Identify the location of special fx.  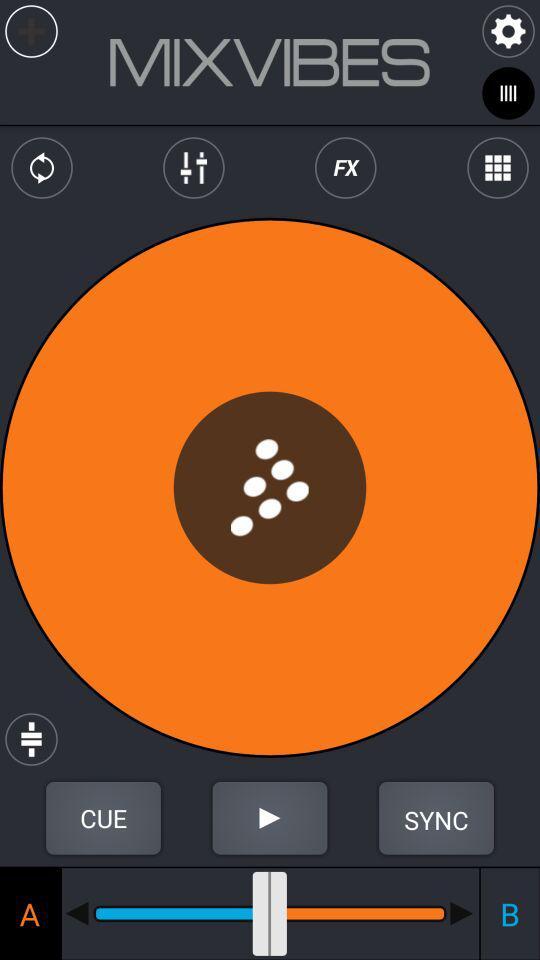
(344, 167).